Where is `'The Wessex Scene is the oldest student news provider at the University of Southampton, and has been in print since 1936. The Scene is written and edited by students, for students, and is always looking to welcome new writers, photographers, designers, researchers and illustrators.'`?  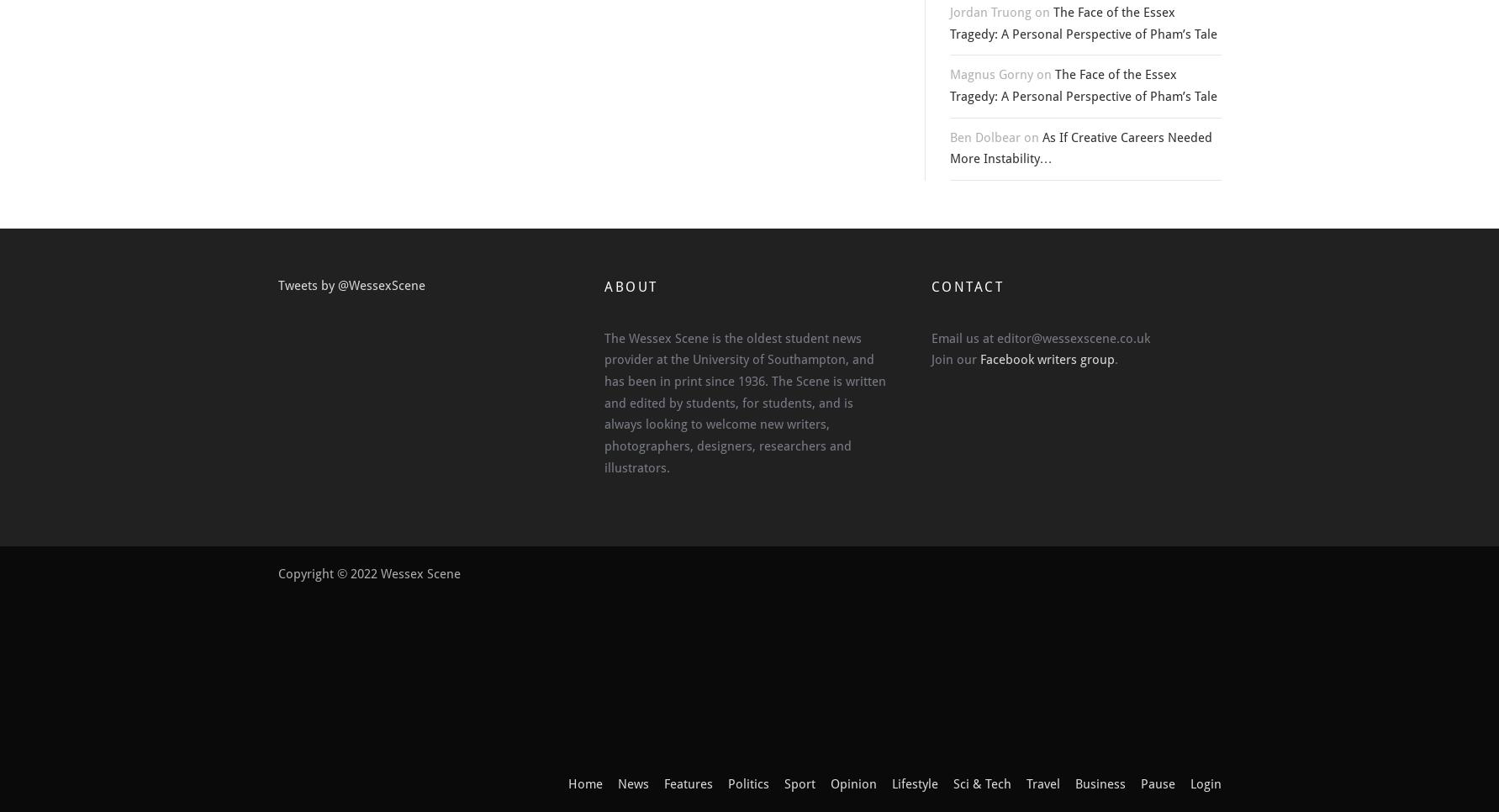
'The Wessex Scene is the oldest student news provider at the University of Southampton, and has been in print since 1936. The Scene is written and edited by students, for students, and is always looking to welcome new writers, photographers, designers, researchers and illustrators.' is located at coordinates (745, 403).